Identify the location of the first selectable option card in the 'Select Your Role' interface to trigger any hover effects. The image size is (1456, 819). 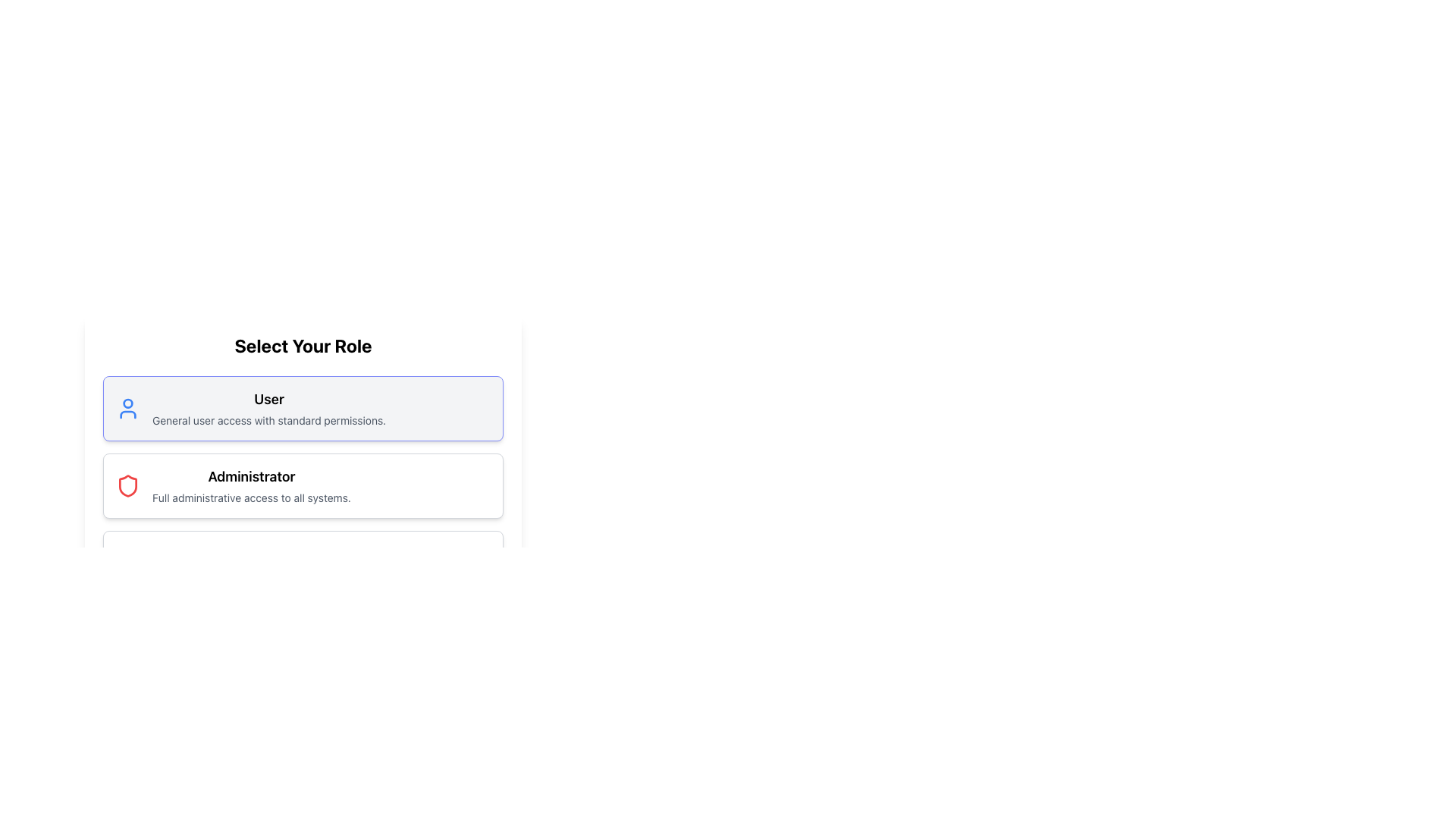
(303, 408).